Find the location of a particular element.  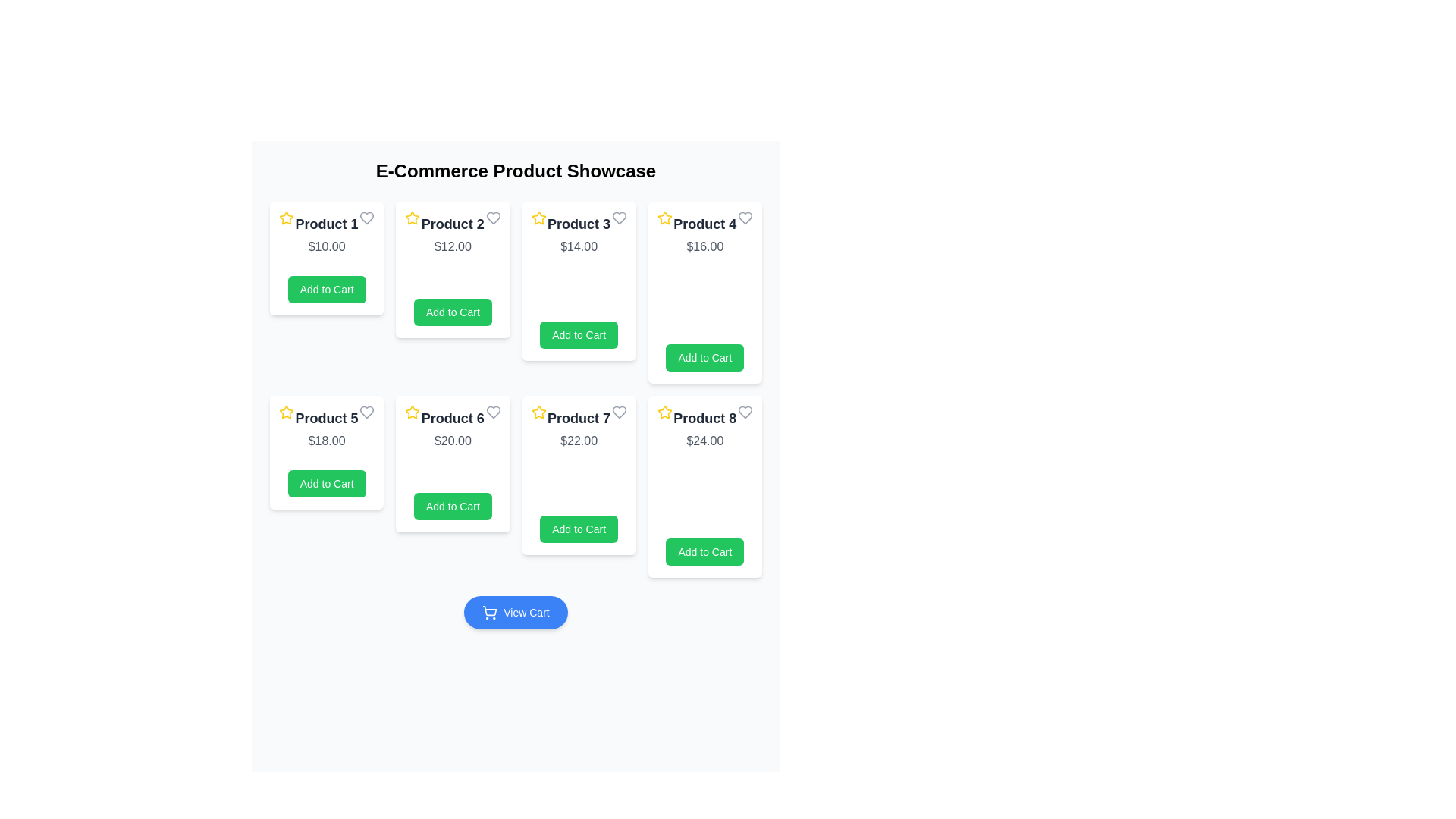

the text label displaying the product name 'Product 8', which is styled in bold, large gray font and located at the top of the product card in the bottom-right corner of the product grid is located at coordinates (704, 418).